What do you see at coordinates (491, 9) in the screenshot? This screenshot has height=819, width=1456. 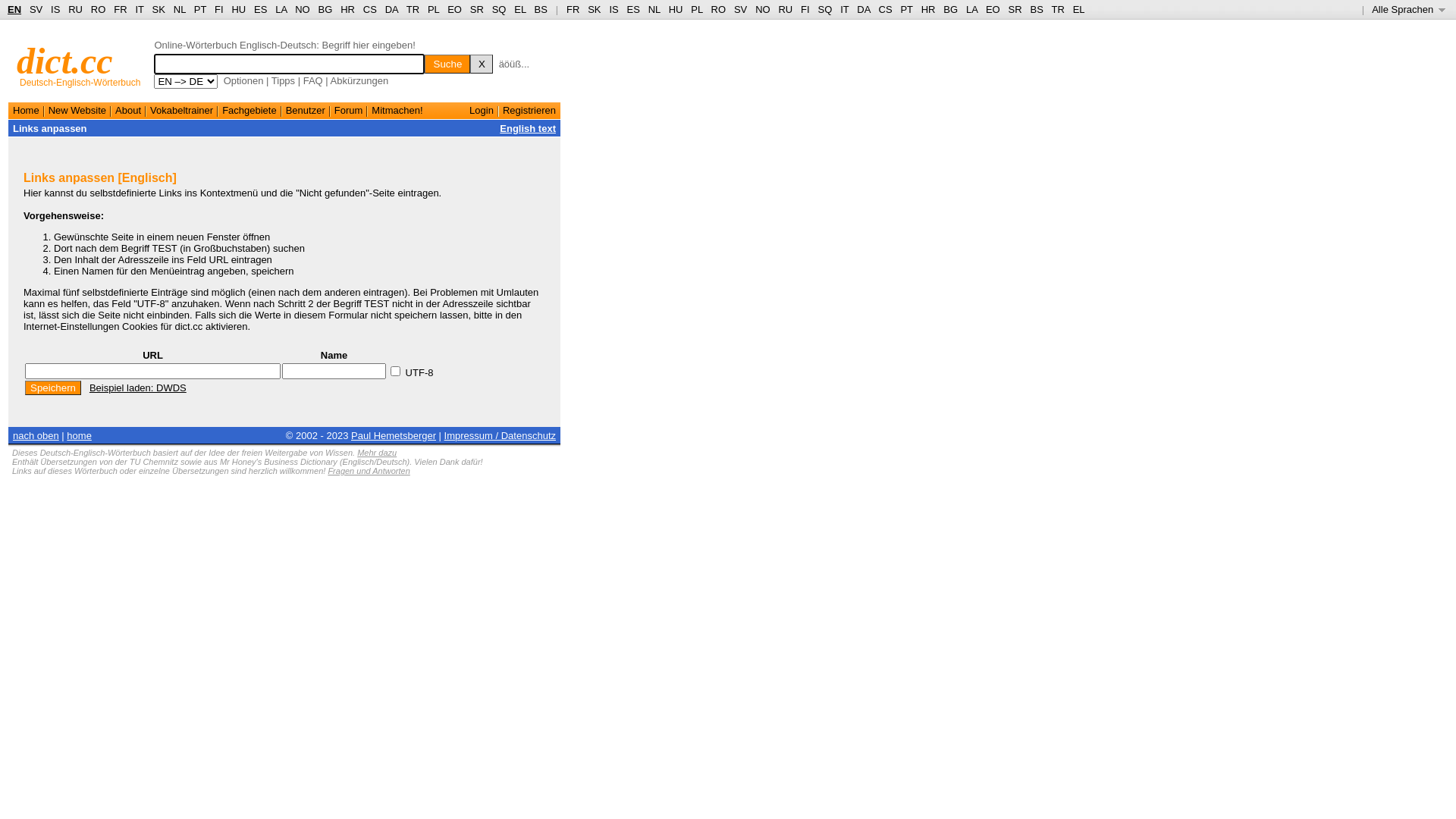 I see `'SQ'` at bounding box center [491, 9].